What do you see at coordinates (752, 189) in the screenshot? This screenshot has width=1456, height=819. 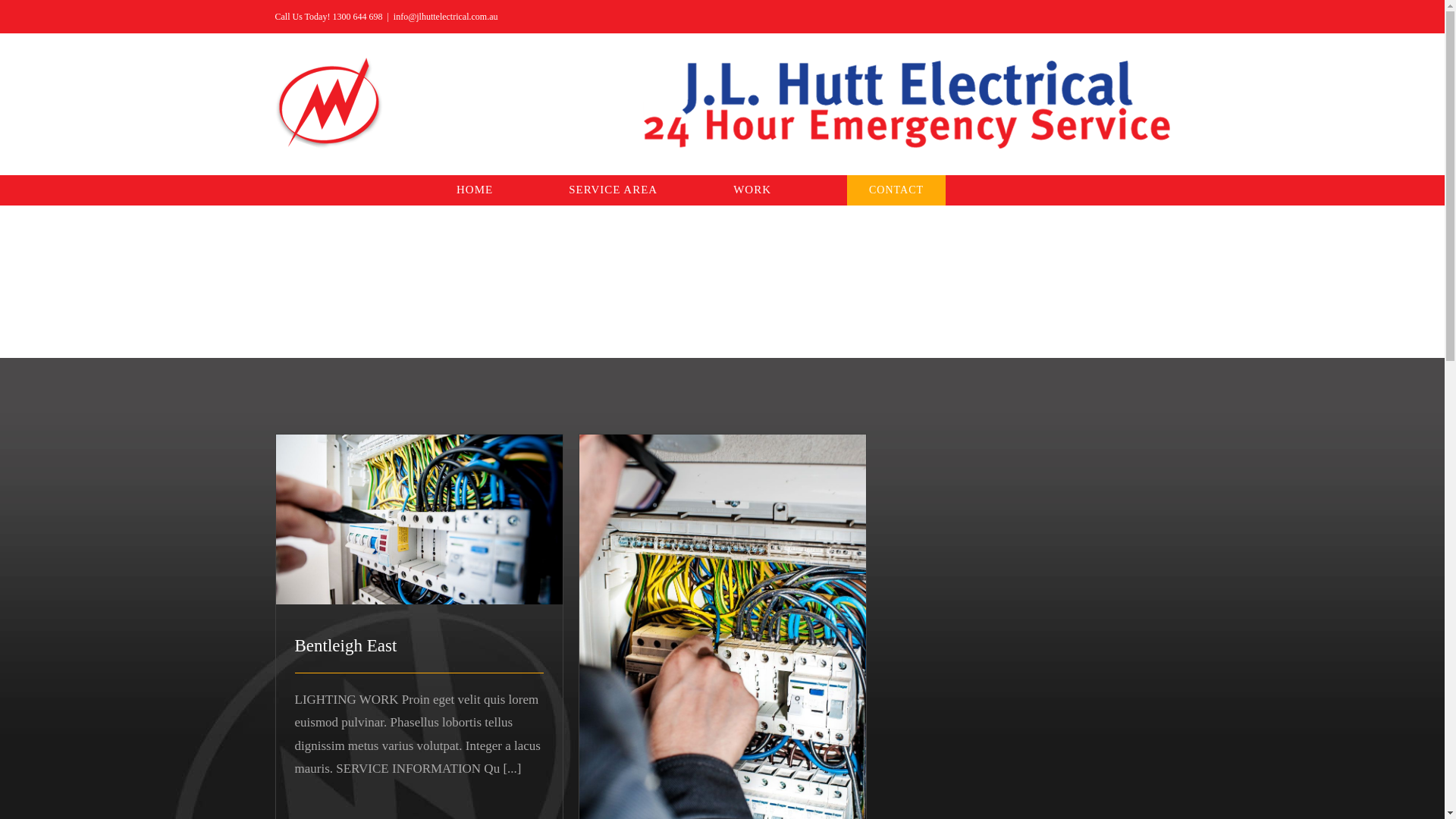 I see `'WORK'` at bounding box center [752, 189].